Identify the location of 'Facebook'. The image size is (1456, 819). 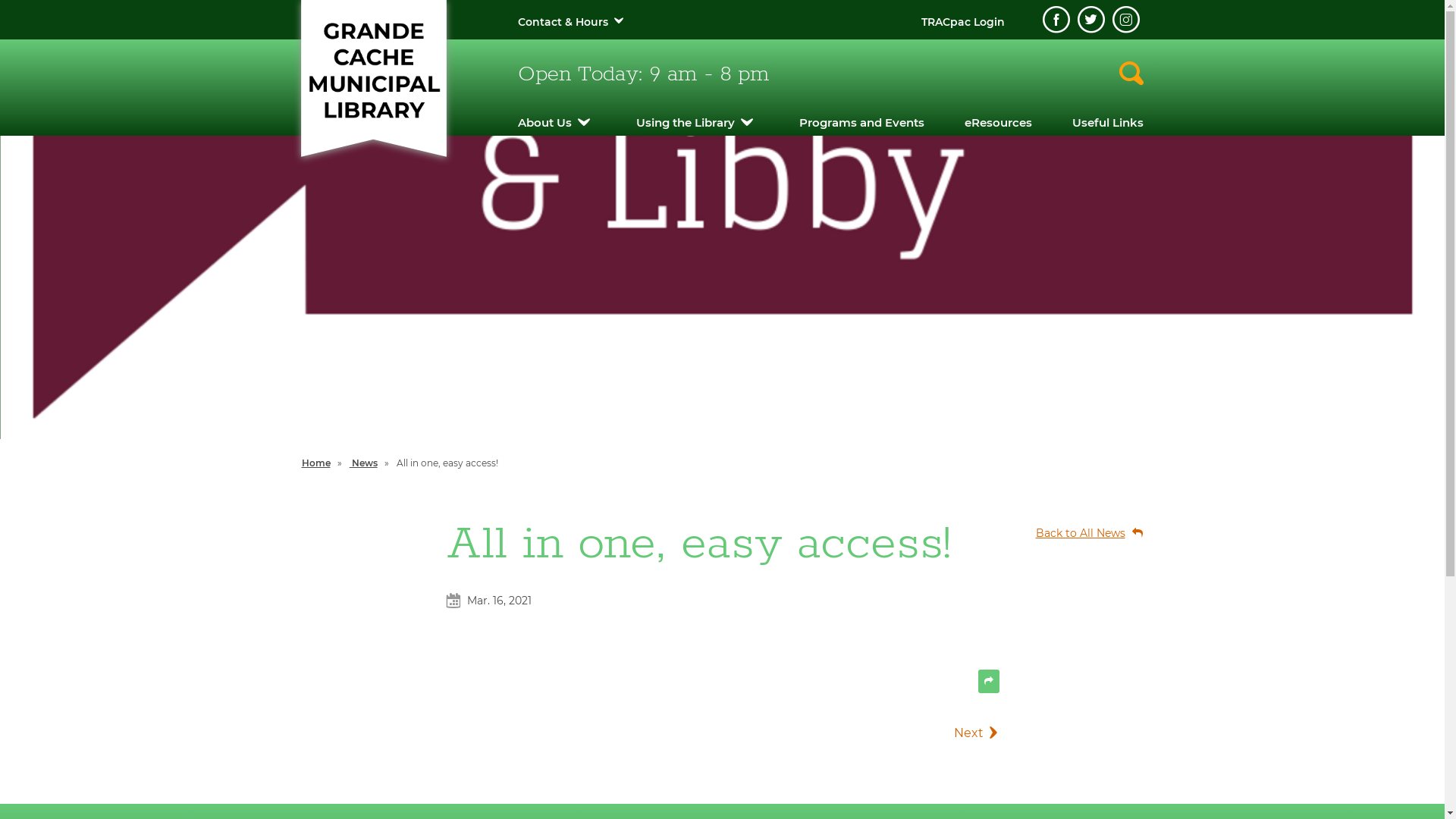
(1055, 20).